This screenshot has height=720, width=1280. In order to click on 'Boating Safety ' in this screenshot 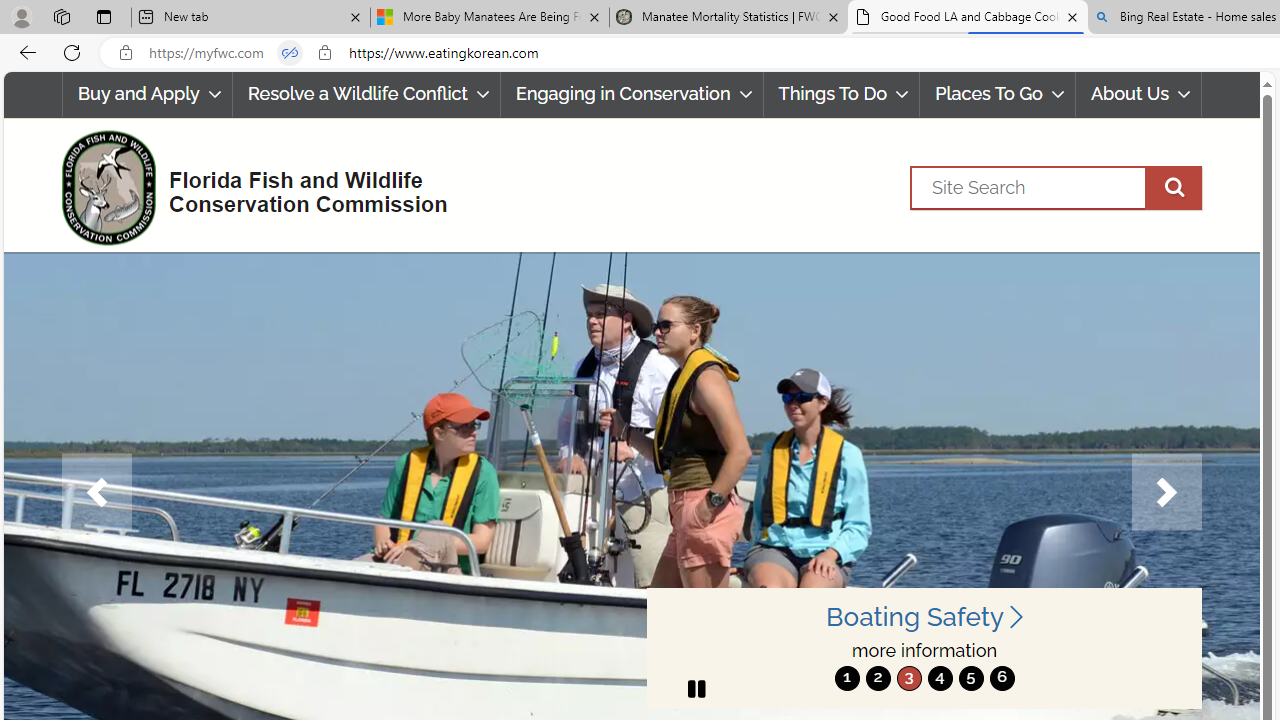, I will do `click(923, 616)`.